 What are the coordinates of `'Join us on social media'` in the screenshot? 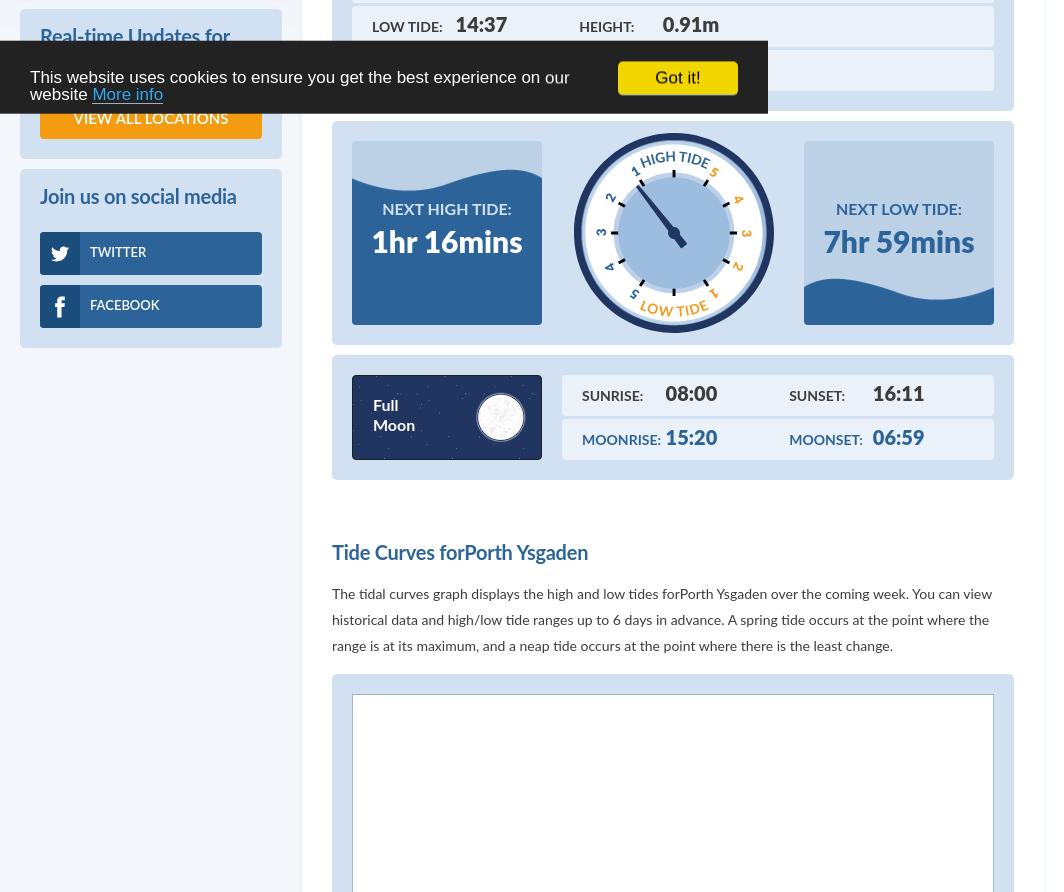 It's located at (40, 197).